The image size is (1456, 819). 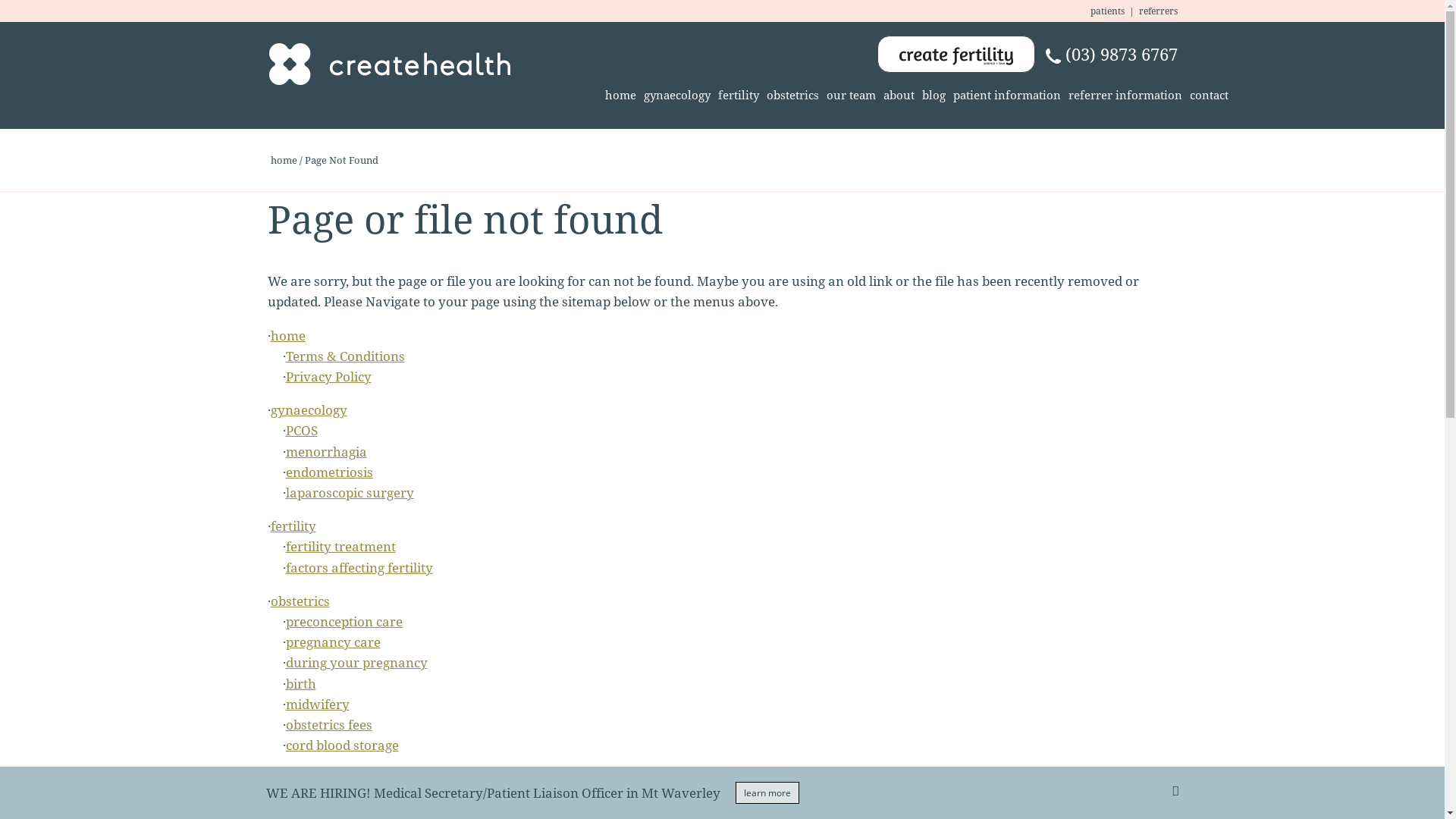 What do you see at coordinates (1007, 96) in the screenshot?
I see `'patient information'` at bounding box center [1007, 96].